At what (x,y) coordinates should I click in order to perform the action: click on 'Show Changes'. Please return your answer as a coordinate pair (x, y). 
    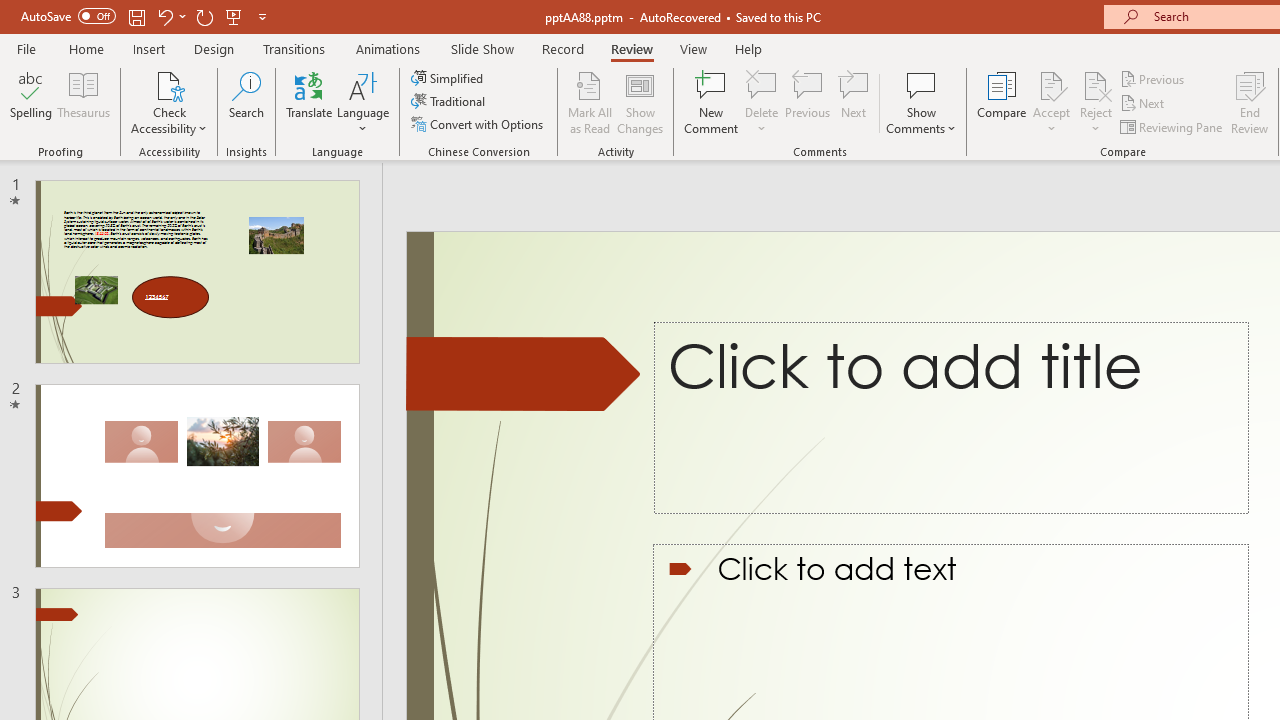
    Looking at the image, I should click on (640, 103).